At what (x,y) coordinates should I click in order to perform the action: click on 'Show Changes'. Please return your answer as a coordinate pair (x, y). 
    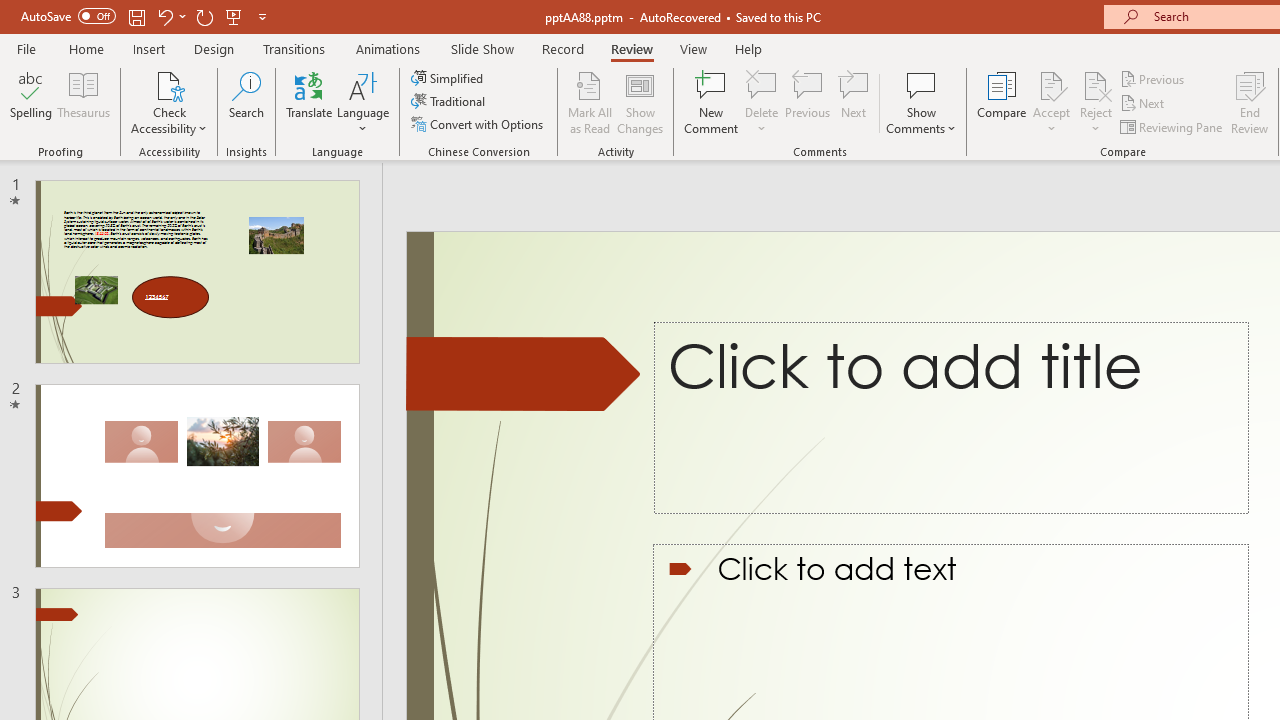
    Looking at the image, I should click on (640, 103).